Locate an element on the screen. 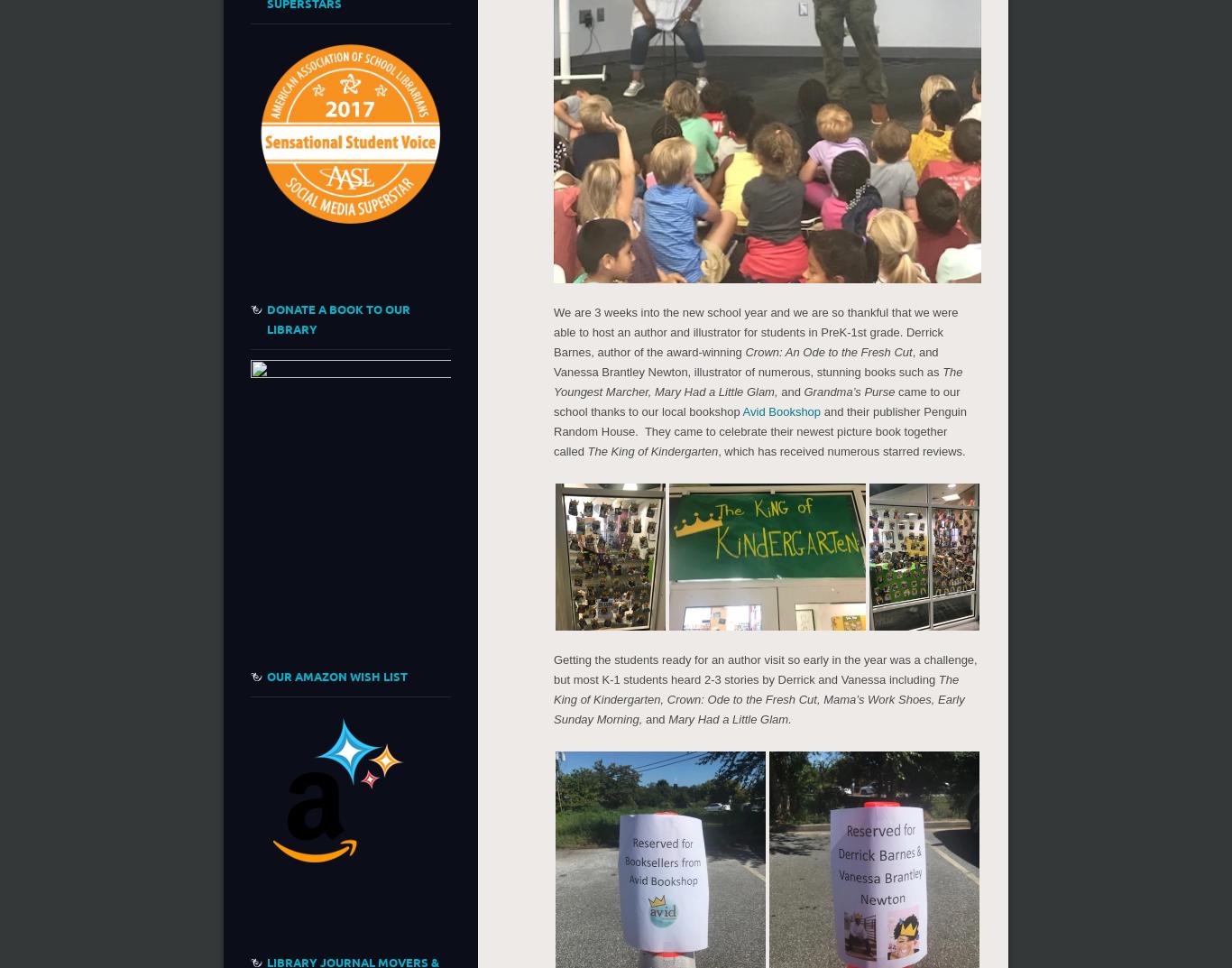 Image resolution: width=1232 pixels, height=968 pixels. 'Crown: An Ode to the Fresh Cut' is located at coordinates (828, 350).